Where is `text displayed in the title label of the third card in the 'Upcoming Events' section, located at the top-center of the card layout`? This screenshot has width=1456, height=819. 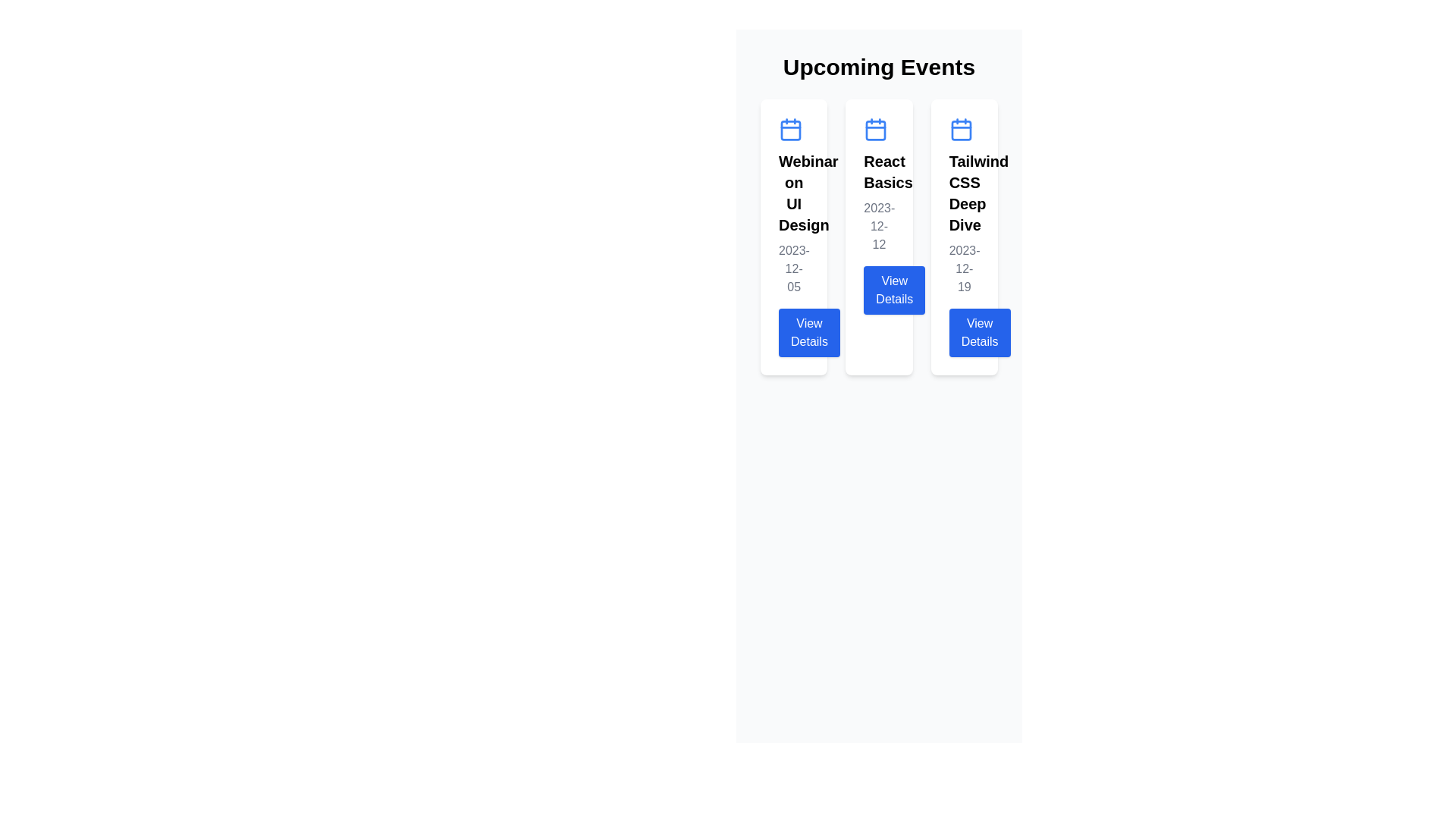 text displayed in the title label of the third card in the 'Upcoming Events' section, located at the top-center of the card layout is located at coordinates (963, 192).